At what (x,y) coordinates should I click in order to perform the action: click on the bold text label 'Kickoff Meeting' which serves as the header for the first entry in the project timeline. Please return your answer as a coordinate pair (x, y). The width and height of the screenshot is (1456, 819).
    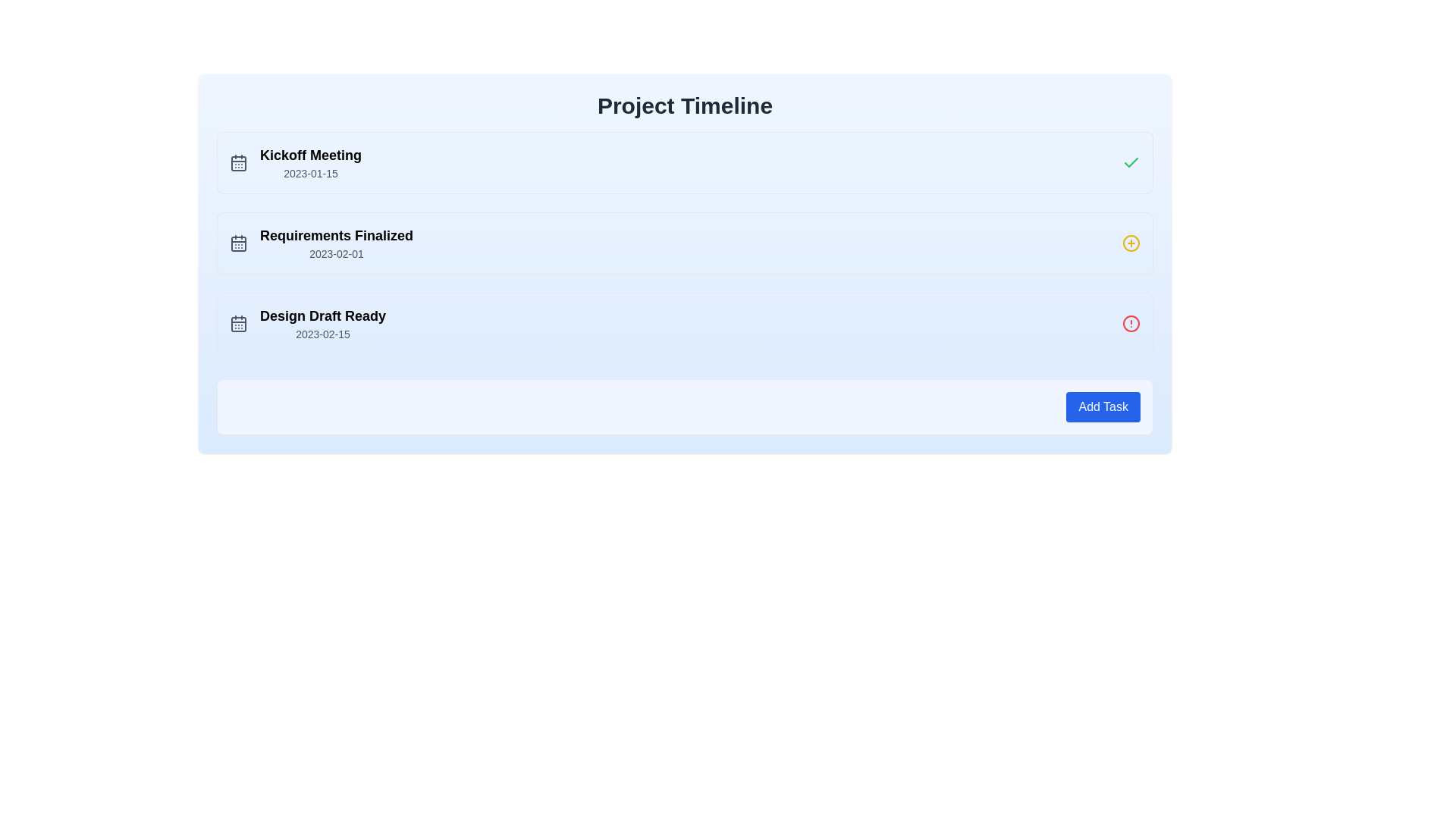
    Looking at the image, I should click on (309, 155).